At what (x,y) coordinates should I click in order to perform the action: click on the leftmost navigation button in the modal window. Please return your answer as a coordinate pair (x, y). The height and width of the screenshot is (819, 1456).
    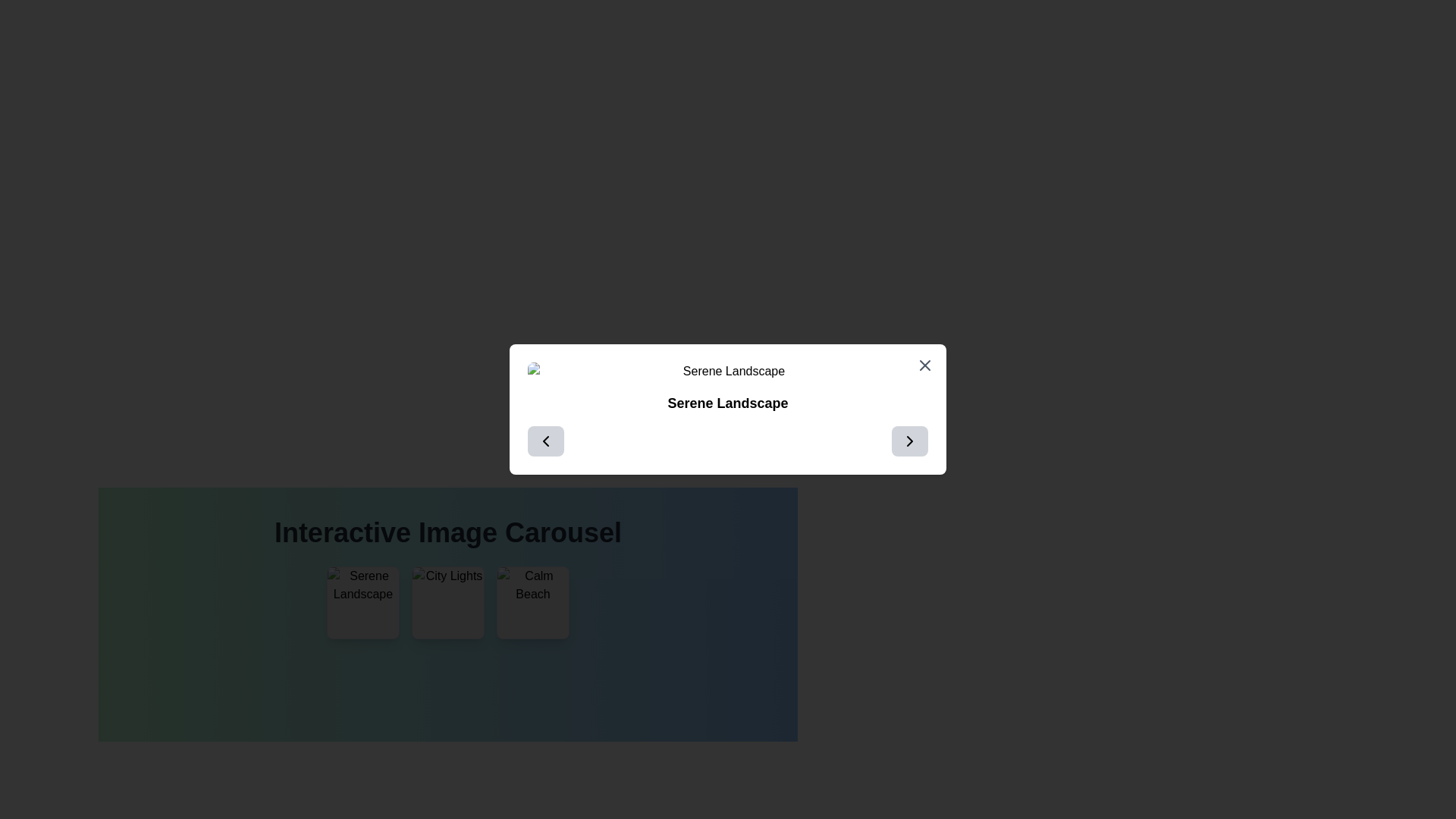
    Looking at the image, I should click on (546, 441).